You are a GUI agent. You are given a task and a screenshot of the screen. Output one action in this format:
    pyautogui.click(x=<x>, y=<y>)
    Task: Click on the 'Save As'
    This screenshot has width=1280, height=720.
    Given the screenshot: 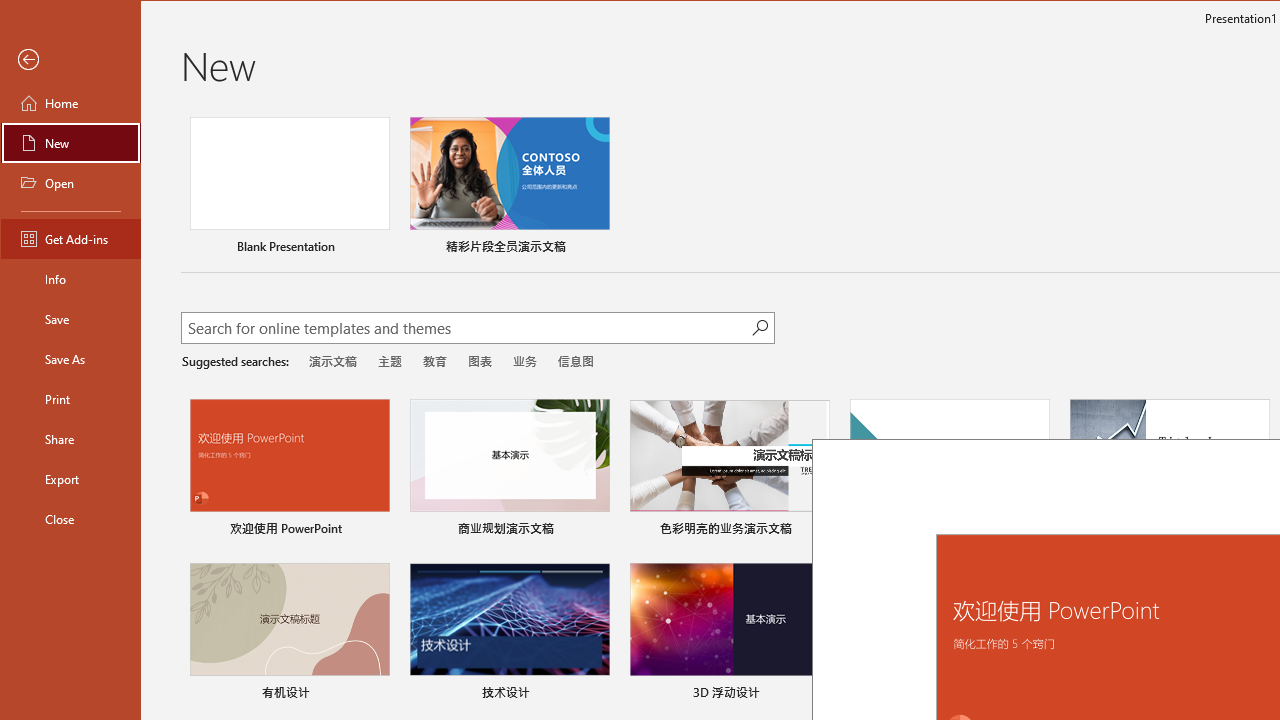 What is the action you would take?
    pyautogui.click(x=71, y=357)
    